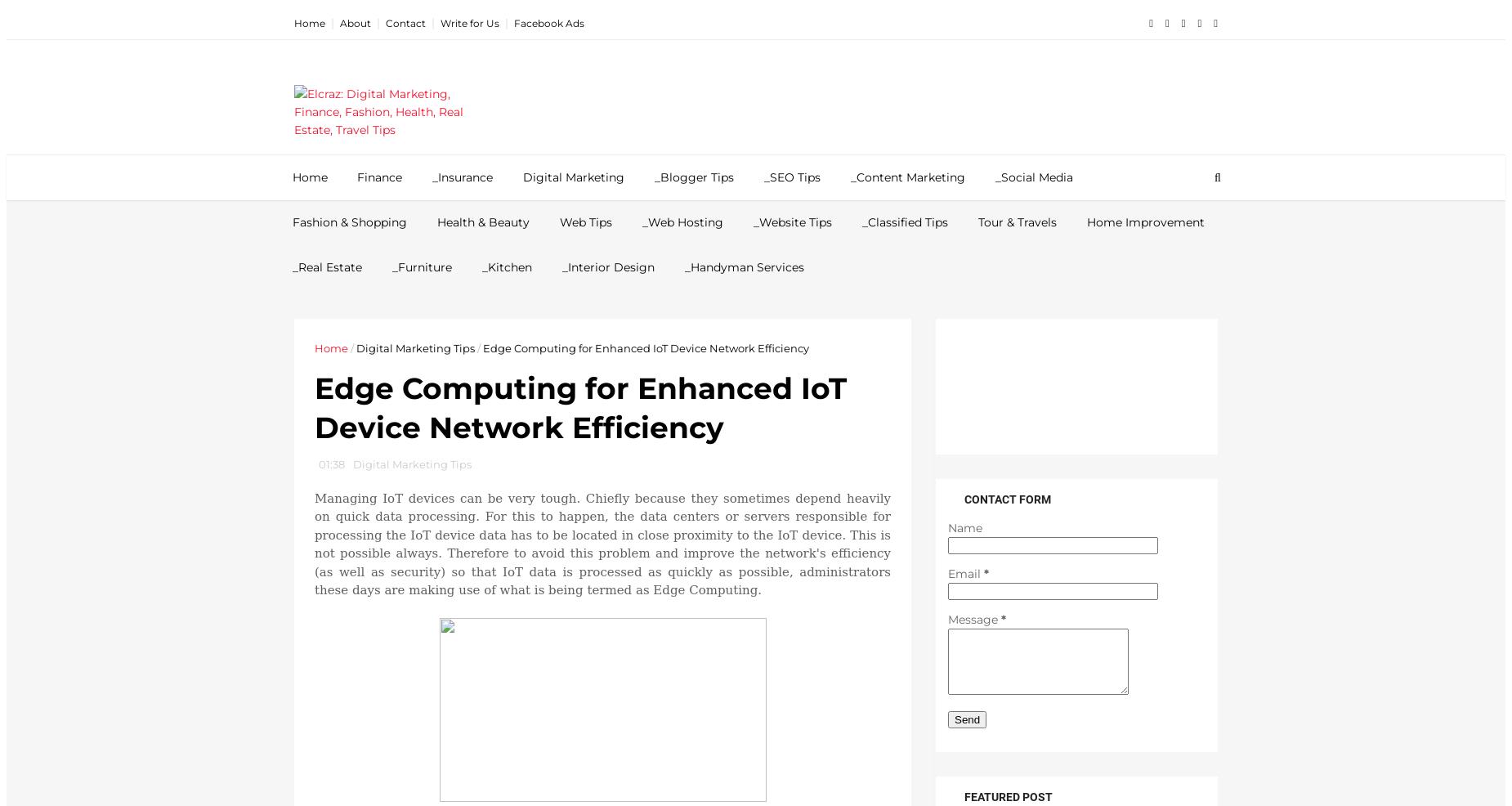  Describe the element at coordinates (1007, 796) in the screenshot. I see `'Featured post'` at that location.